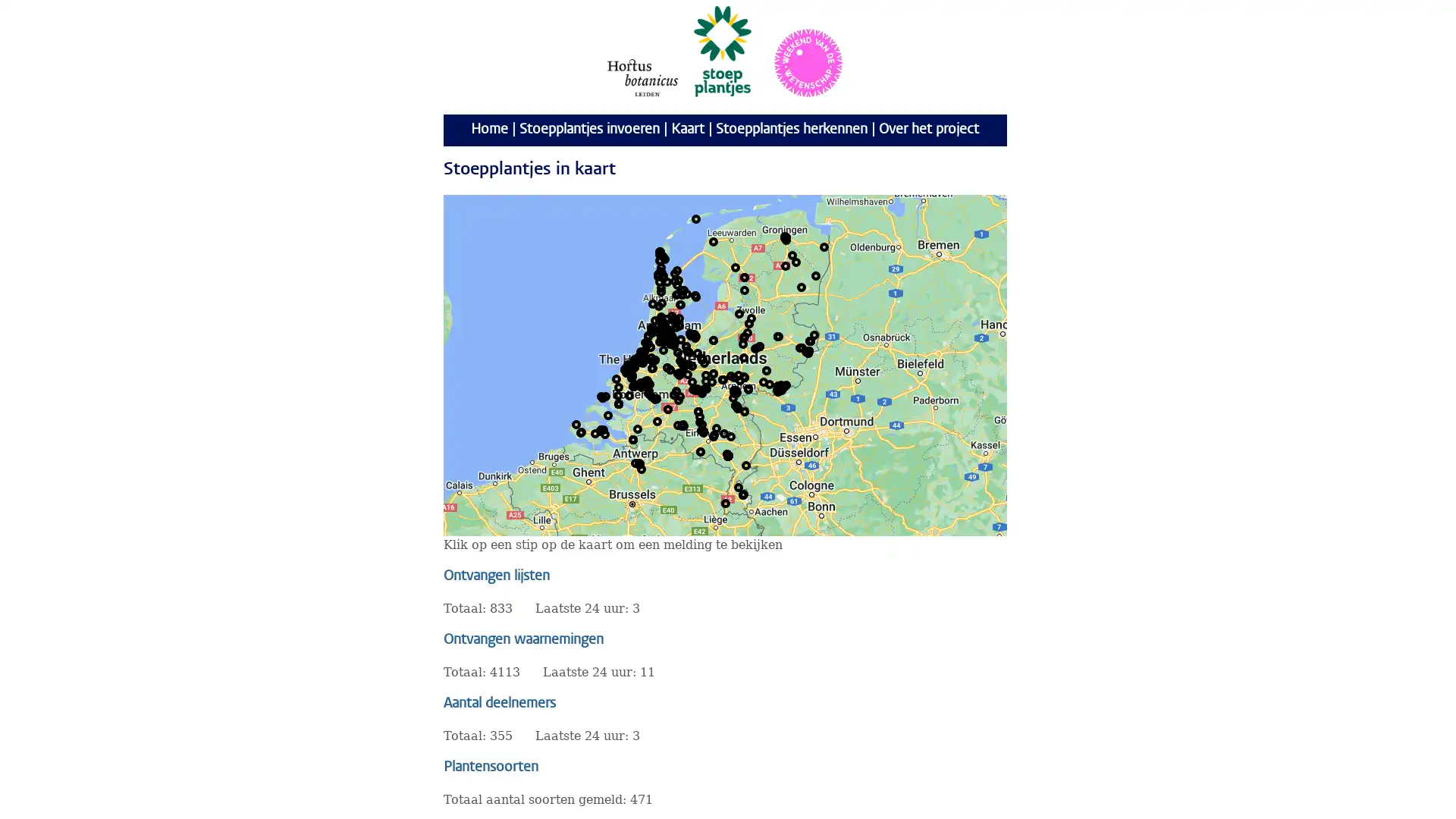 Image resolution: width=1456 pixels, height=819 pixels. Describe the element at coordinates (616, 377) in the screenshot. I see `Telling van Petri Jakobs op 15 oktober 2021` at that location.